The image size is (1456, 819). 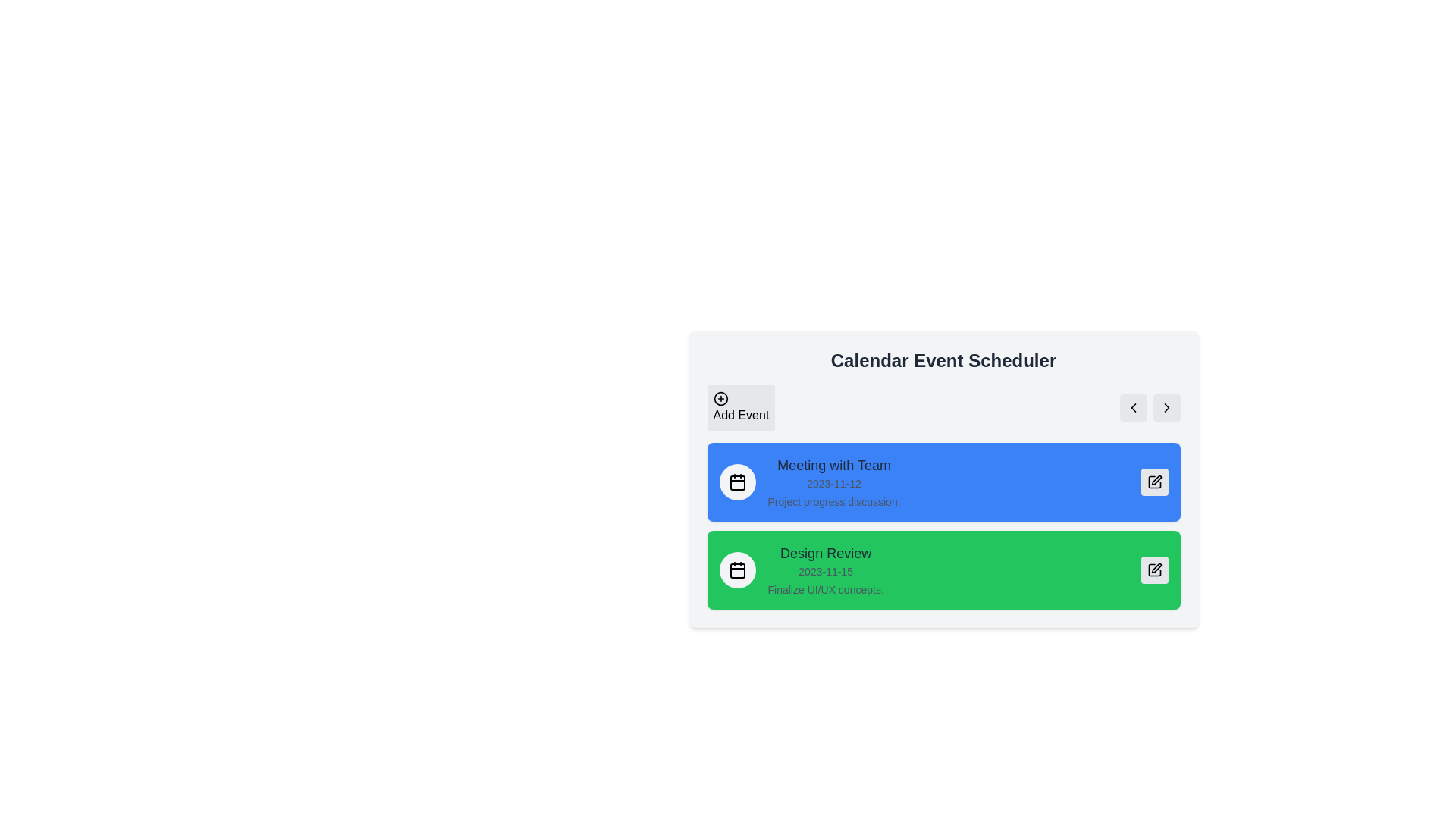 What do you see at coordinates (825, 553) in the screenshot?
I see `text from the green text label that serves as the title of the second calendar event, located at the top of the event above the date and description` at bounding box center [825, 553].